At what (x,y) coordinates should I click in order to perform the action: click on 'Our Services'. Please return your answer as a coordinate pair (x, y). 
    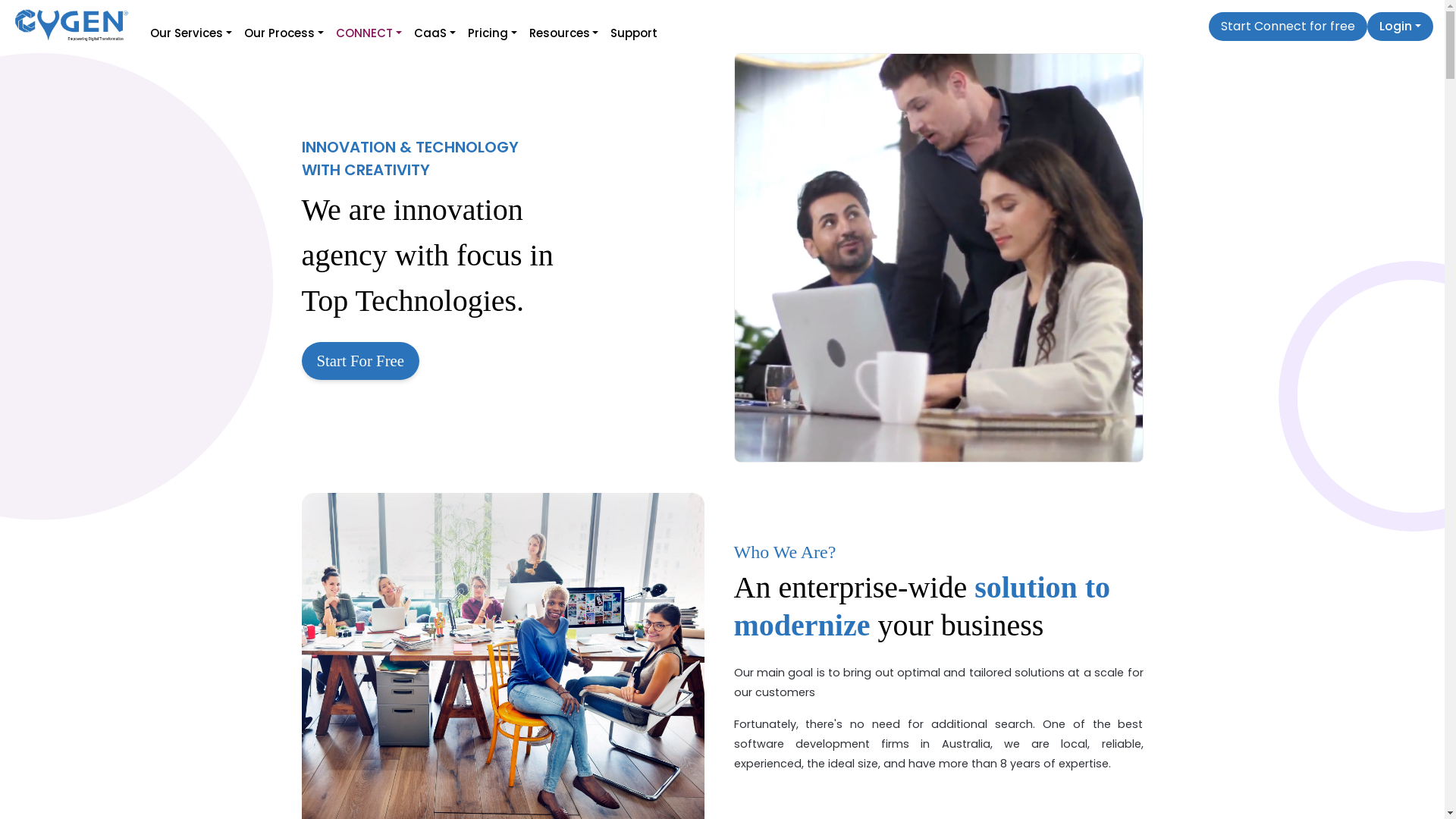
    Looking at the image, I should click on (144, 27).